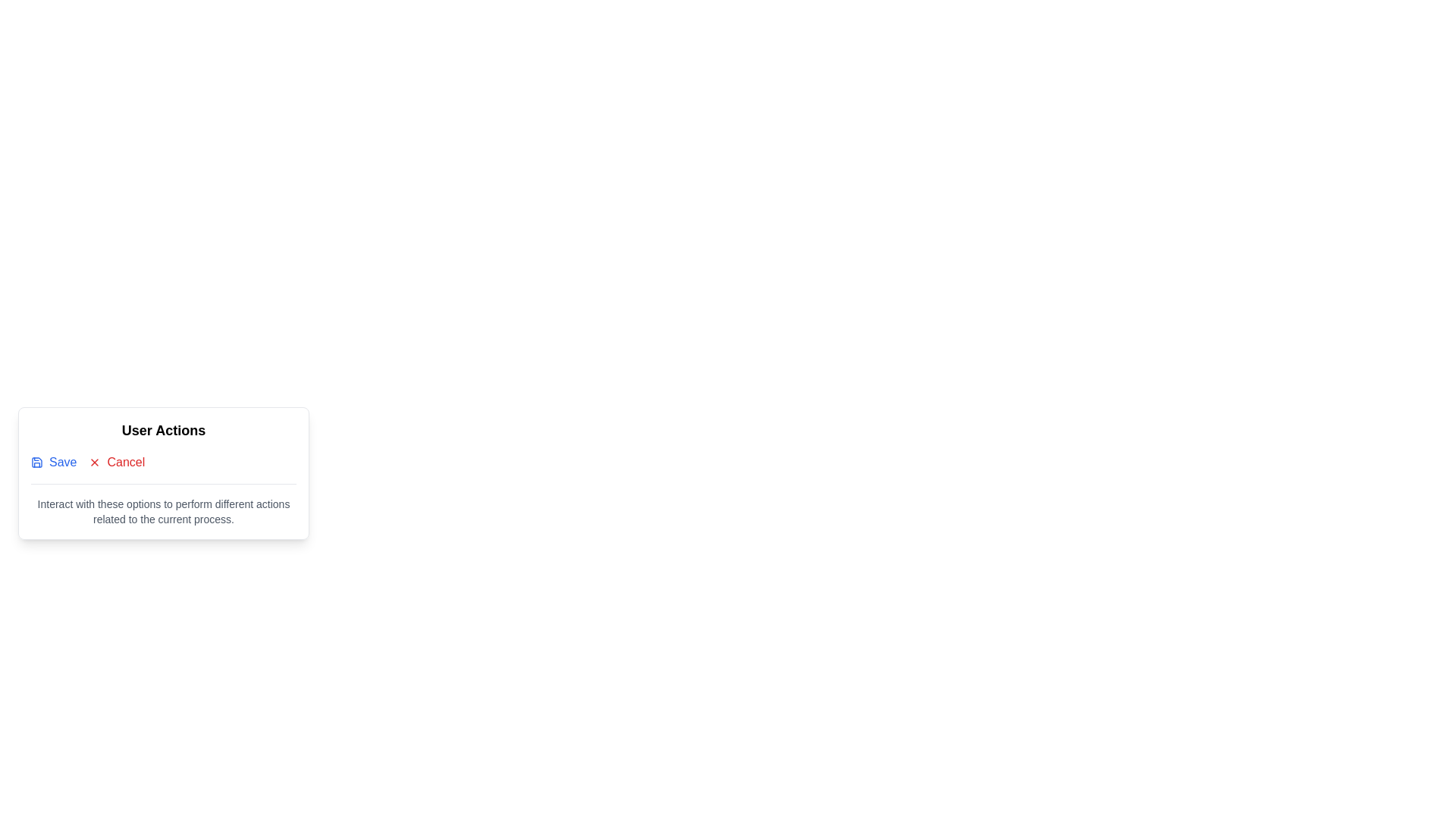 The height and width of the screenshot is (819, 1456). What do you see at coordinates (36, 461) in the screenshot?
I see `the decorative Save icon located within the 'Save' button at the top left corner of the 'User Actions' panel` at bounding box center [36, 461].